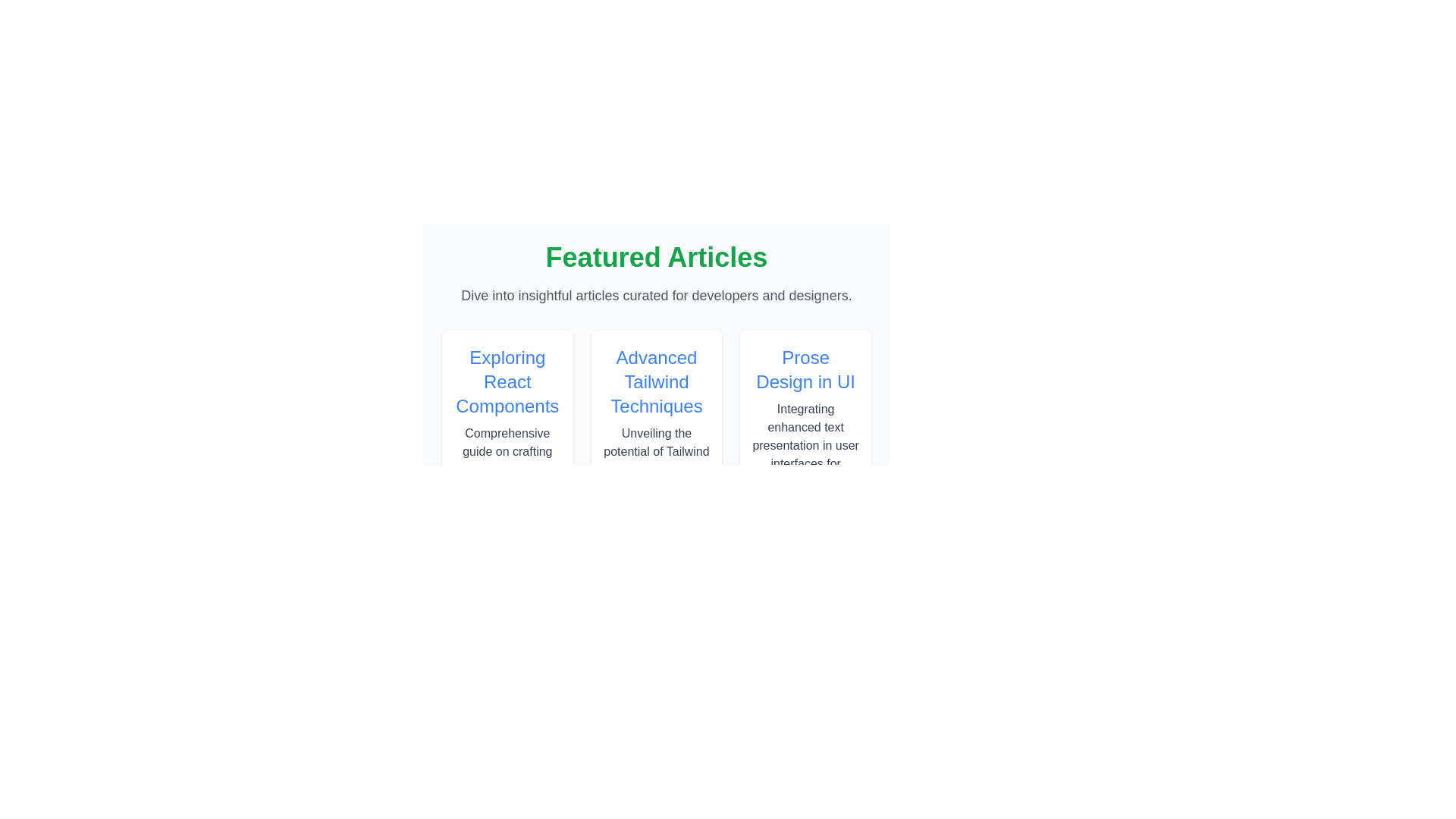 The height and width of the screenshot is (819, 1456). Describe the element at coordinates (805, 418) in the screenshot. I see `the third card titled 'Prose Design in UI', which features a blue title and gray description text, positioned to the right of 'Advanced Tailwind Techniques'` at that location.